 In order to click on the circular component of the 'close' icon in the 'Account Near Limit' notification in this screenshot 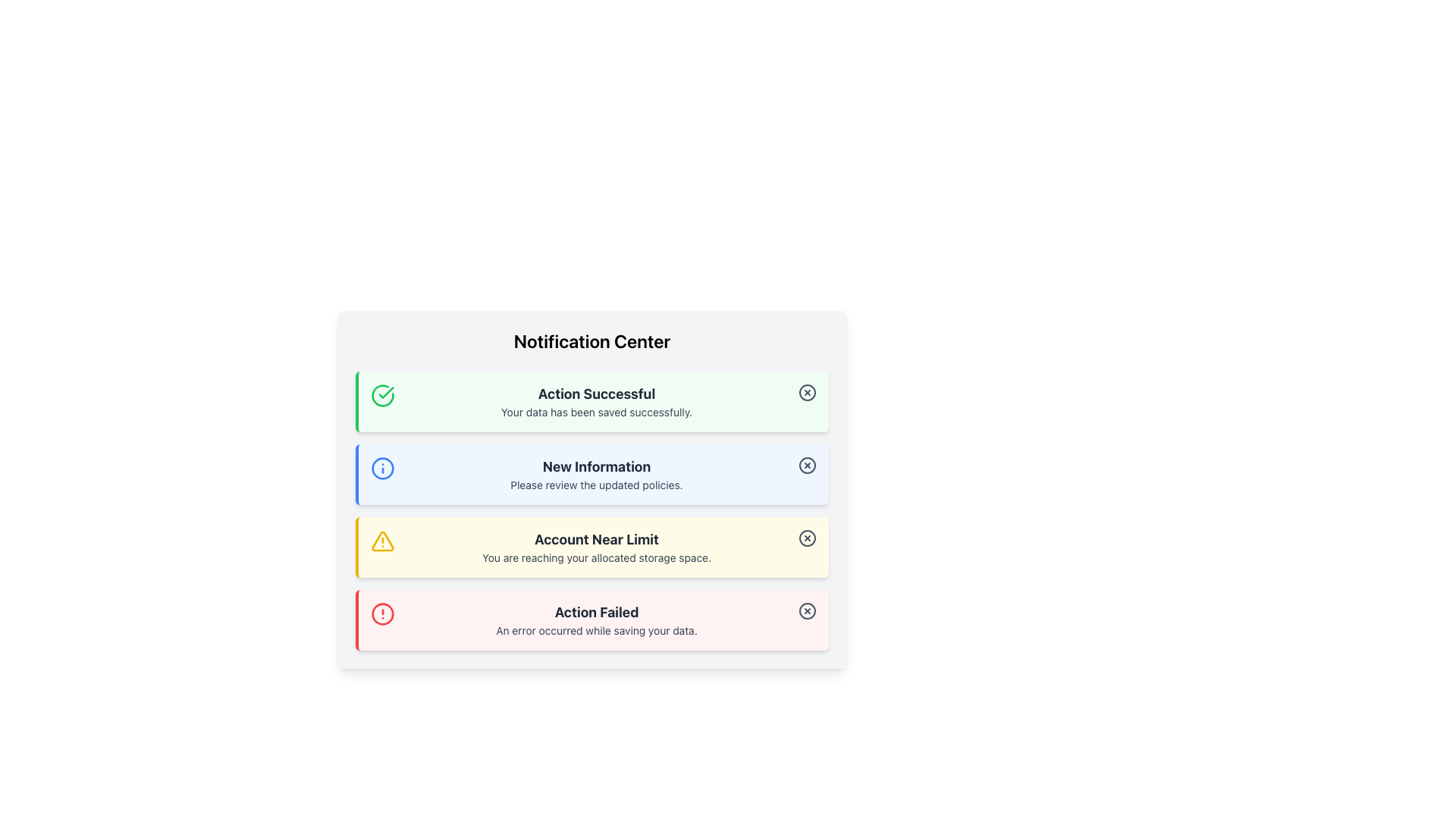, I will do `click(807, 537)`.